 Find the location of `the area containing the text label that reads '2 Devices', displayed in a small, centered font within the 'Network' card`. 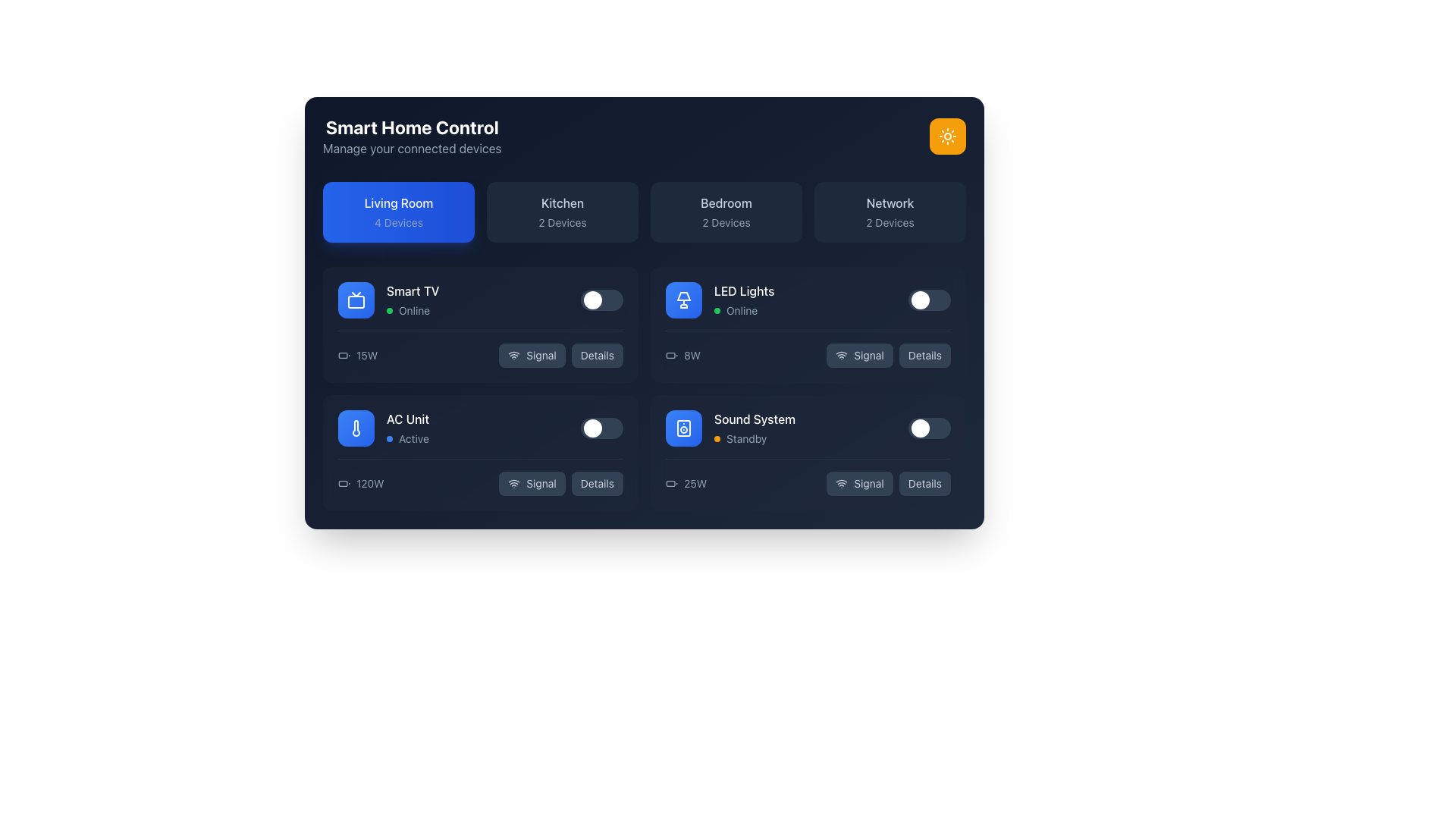

the area containing the text label that reads '2 Devices', displayed in a small, centered font within the 'Network' card is located at coordinates (890, 222).